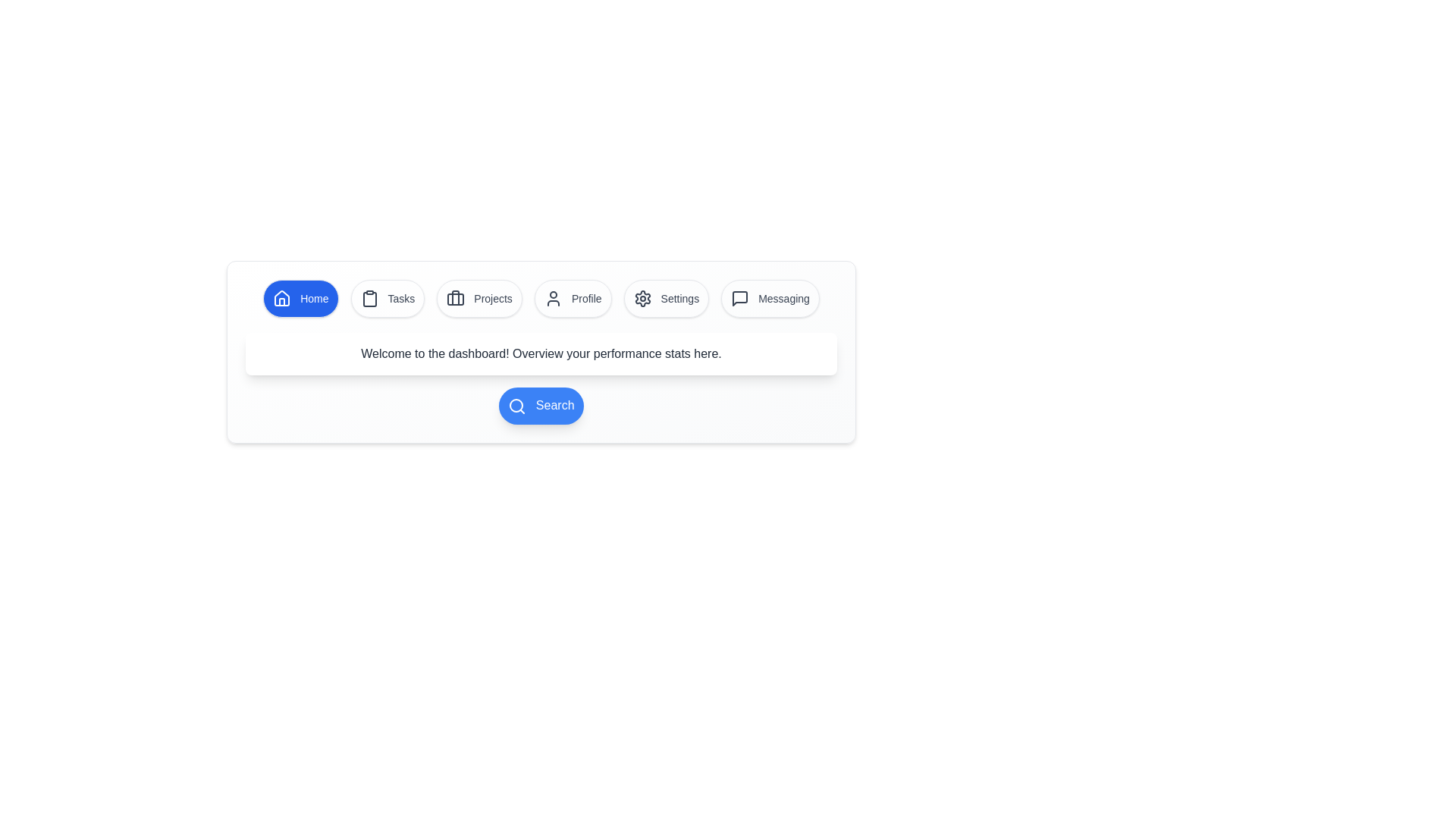 Image resolution: width=1456 pixels, height=819 pixels. I want to click on the rounded button labeled 'Profile' with a user icon on the left, which is the fourth button in the horizontal navigation row, to observe any visual response such as a color change, so click(572, 298).